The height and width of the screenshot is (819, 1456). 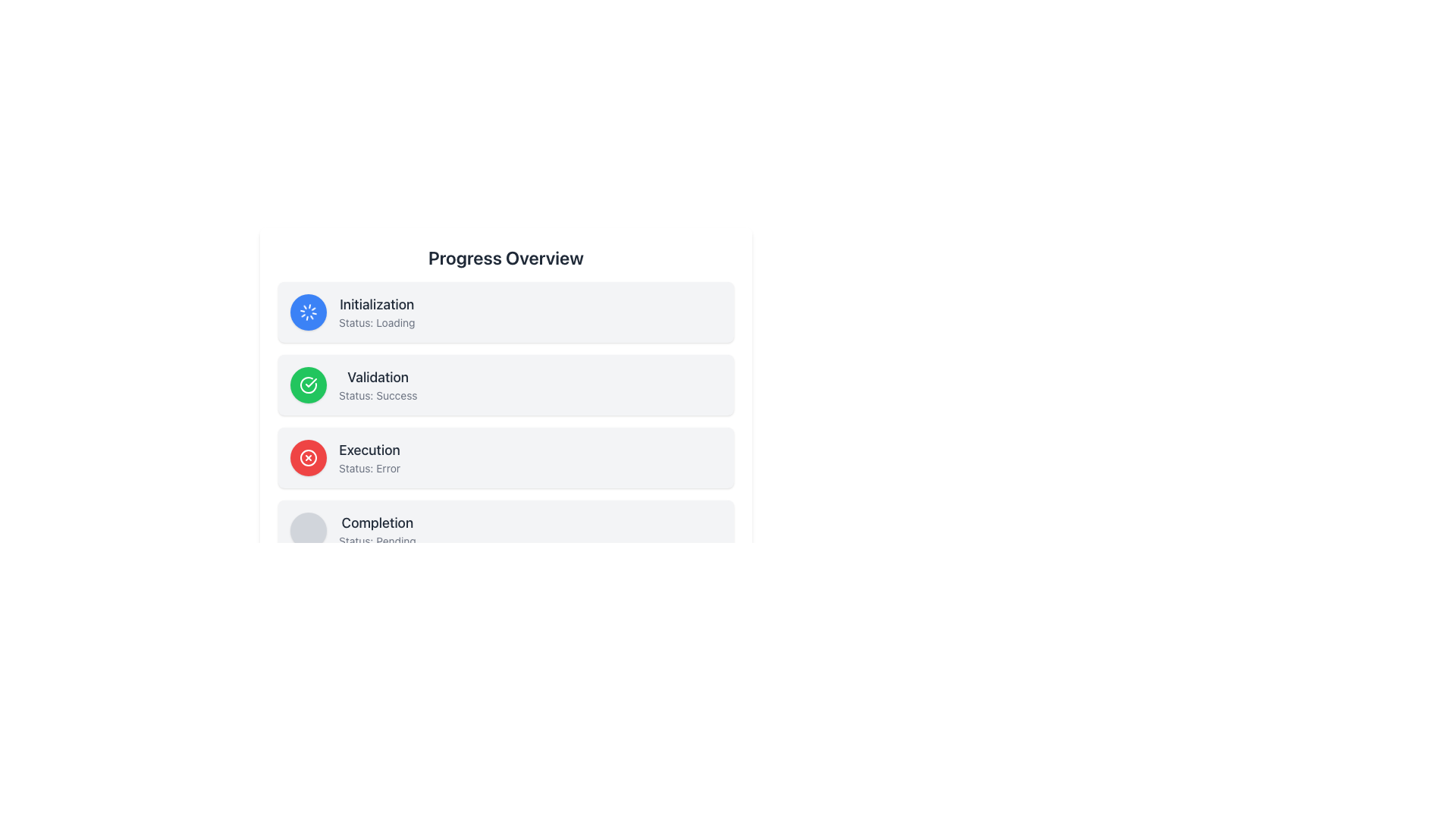 I want to click on the animation of the Indication Icon that visually represents the loading state during the initialization process, so click(x=308, y=312).